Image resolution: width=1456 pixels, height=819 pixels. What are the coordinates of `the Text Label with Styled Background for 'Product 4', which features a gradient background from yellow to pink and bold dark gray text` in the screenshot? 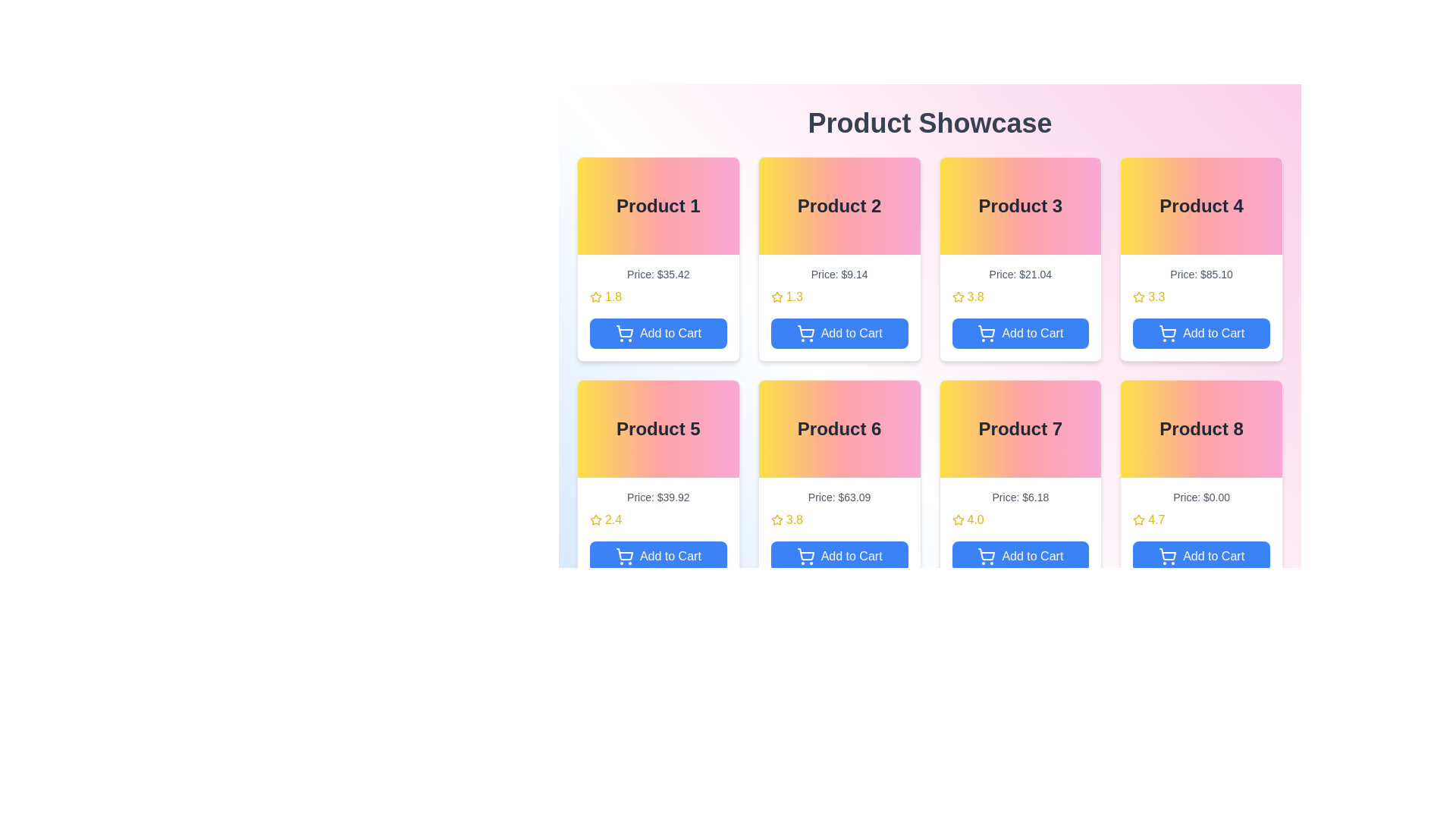 It's located at (1200, 206).